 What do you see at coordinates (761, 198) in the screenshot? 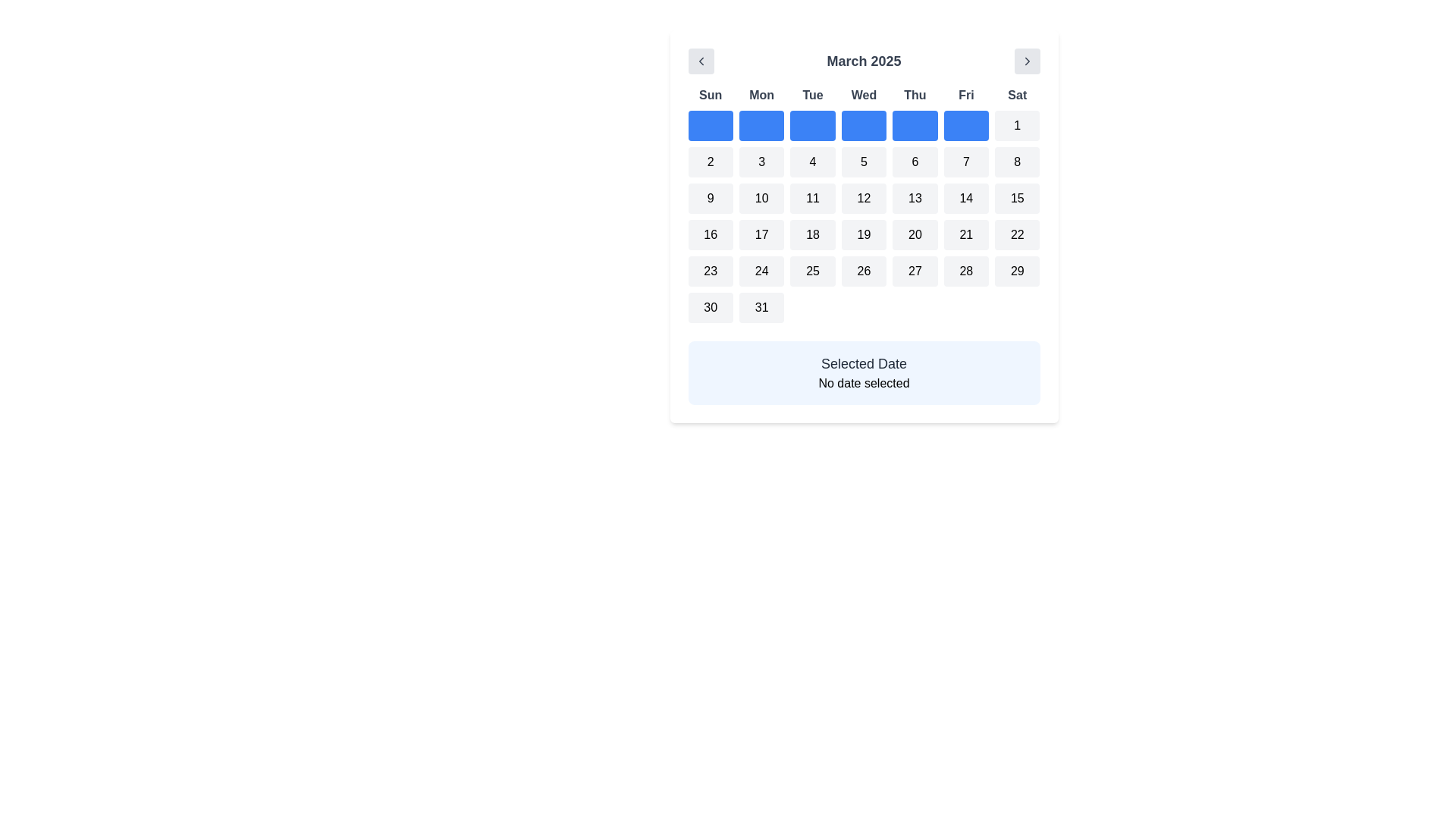
I see `the interactive date button` at bounding box center [761, 198].